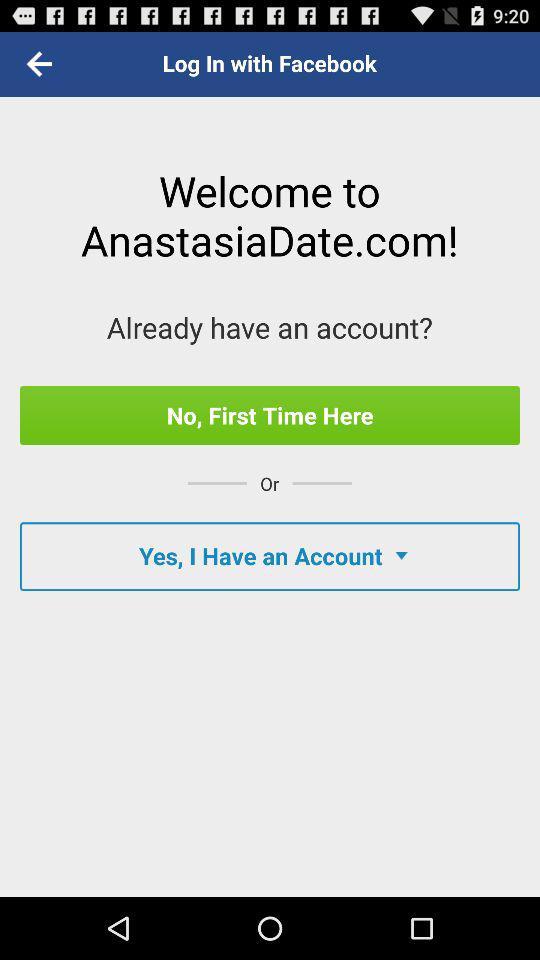 The image size is (540, 960). Describe the element at coordinates (270, 414) in the screenshot. I see `app above the or icon` at that location.